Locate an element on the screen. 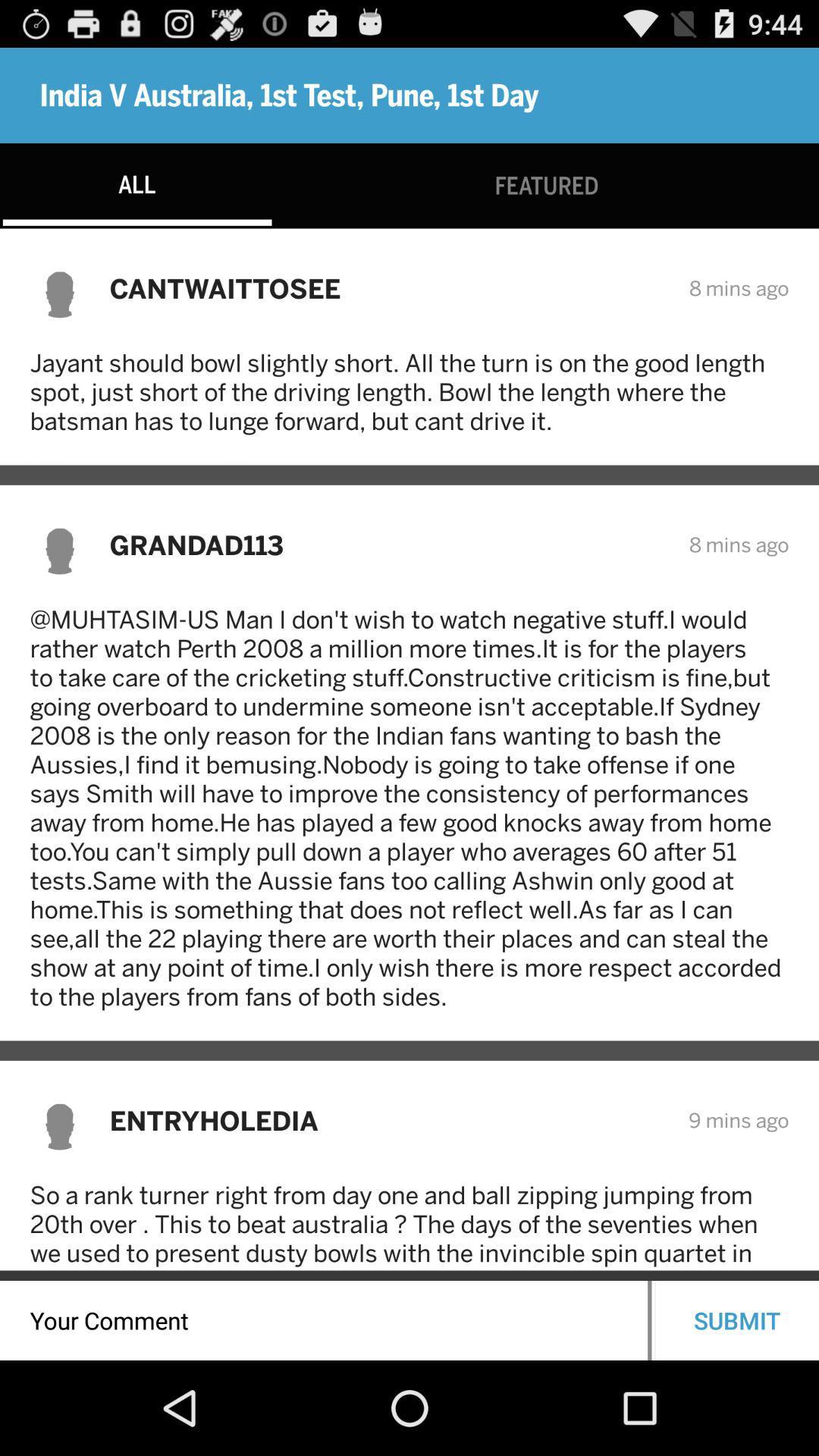 This screenshot has height=1456, width=819. your comment here is located at coordinates (323, 1319).